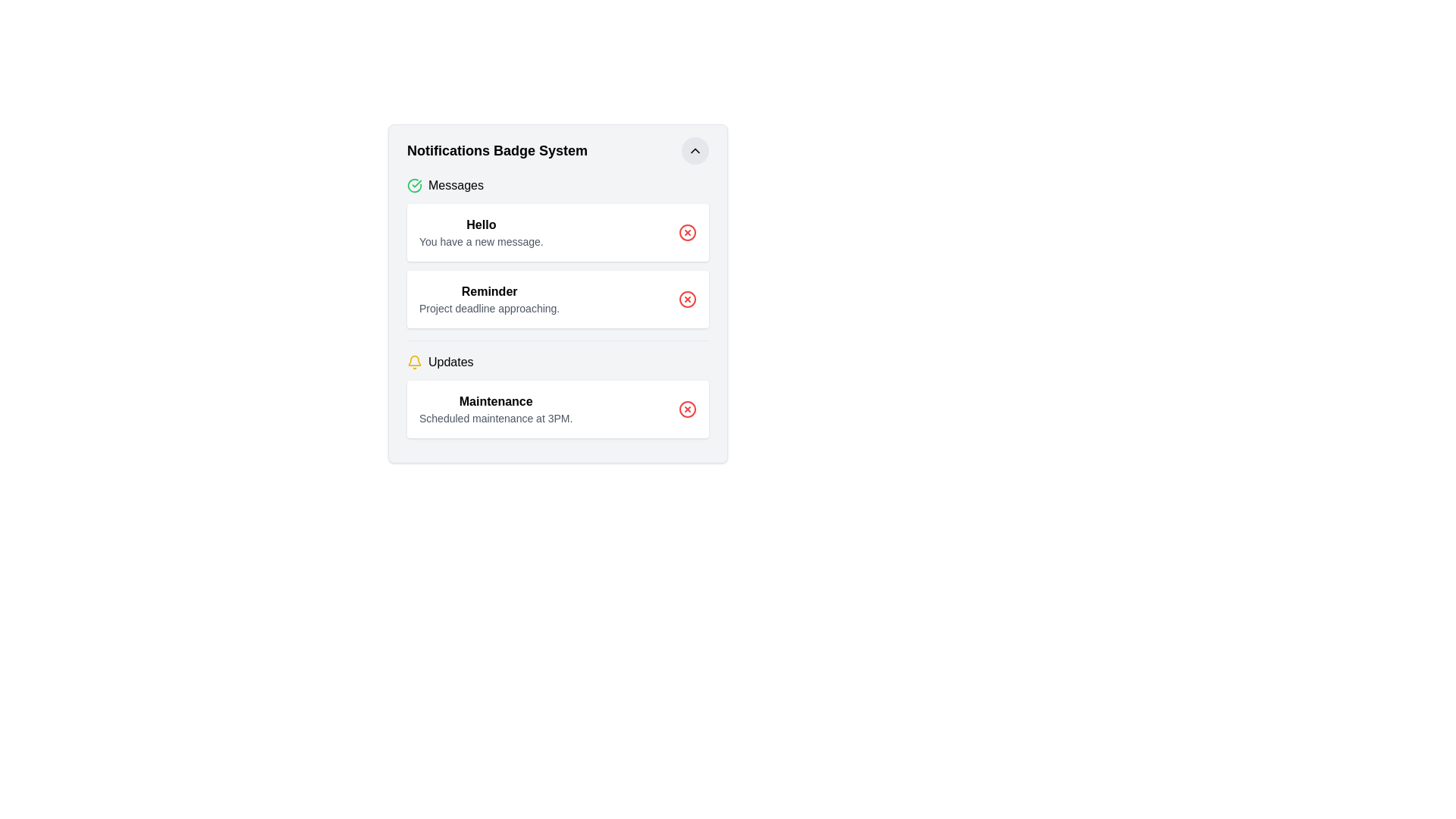  I want to click on the 'Messages' icon located to the left of the 'Messages' label in the notifications panel, which serves as a visual indicator for the 'Messages' section, so click(415, 185).